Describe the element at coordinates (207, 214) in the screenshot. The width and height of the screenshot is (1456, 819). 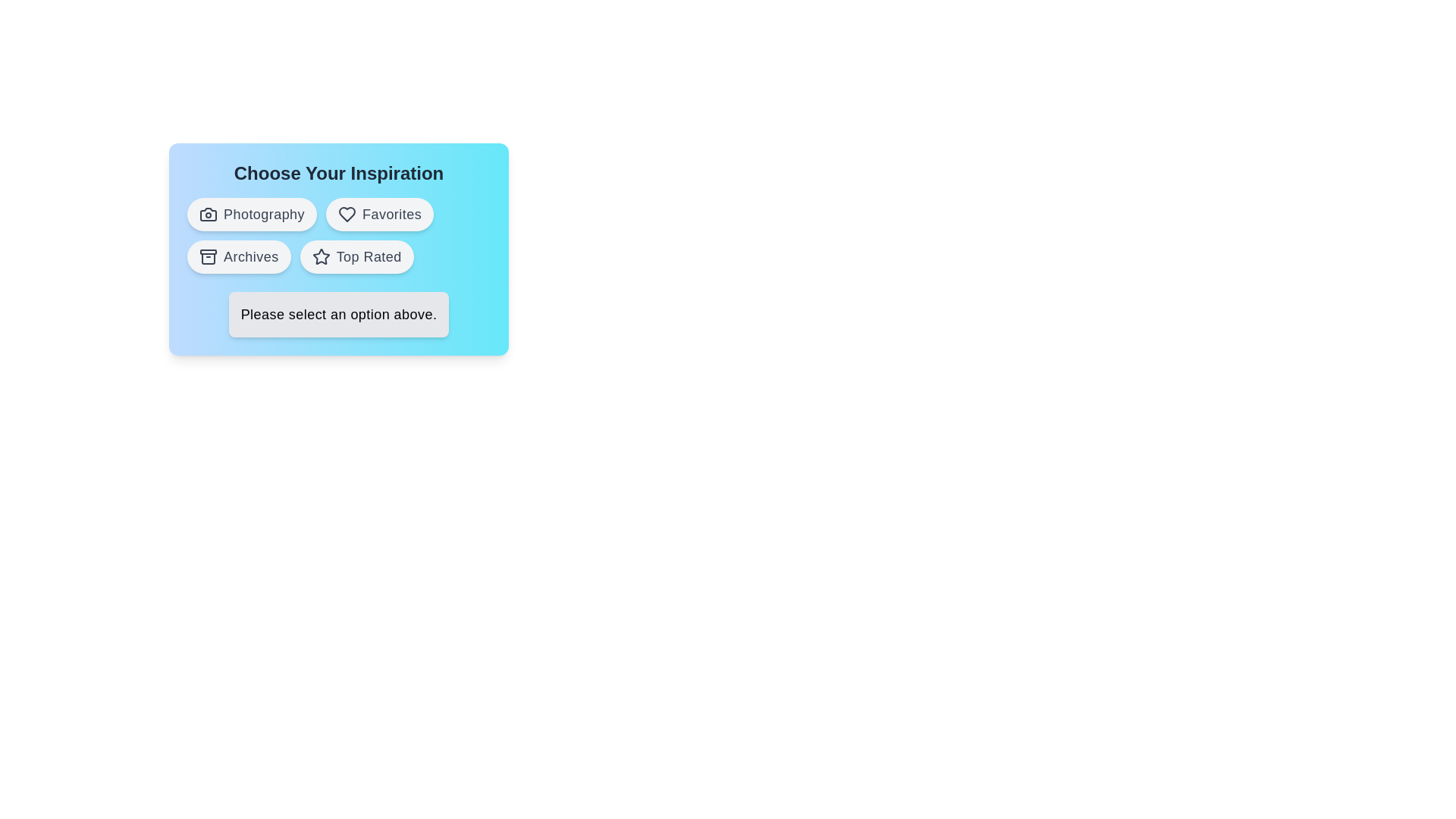
I see `the camera icon within the 'Photography' button, located in the top-left section of the grid` at that location.